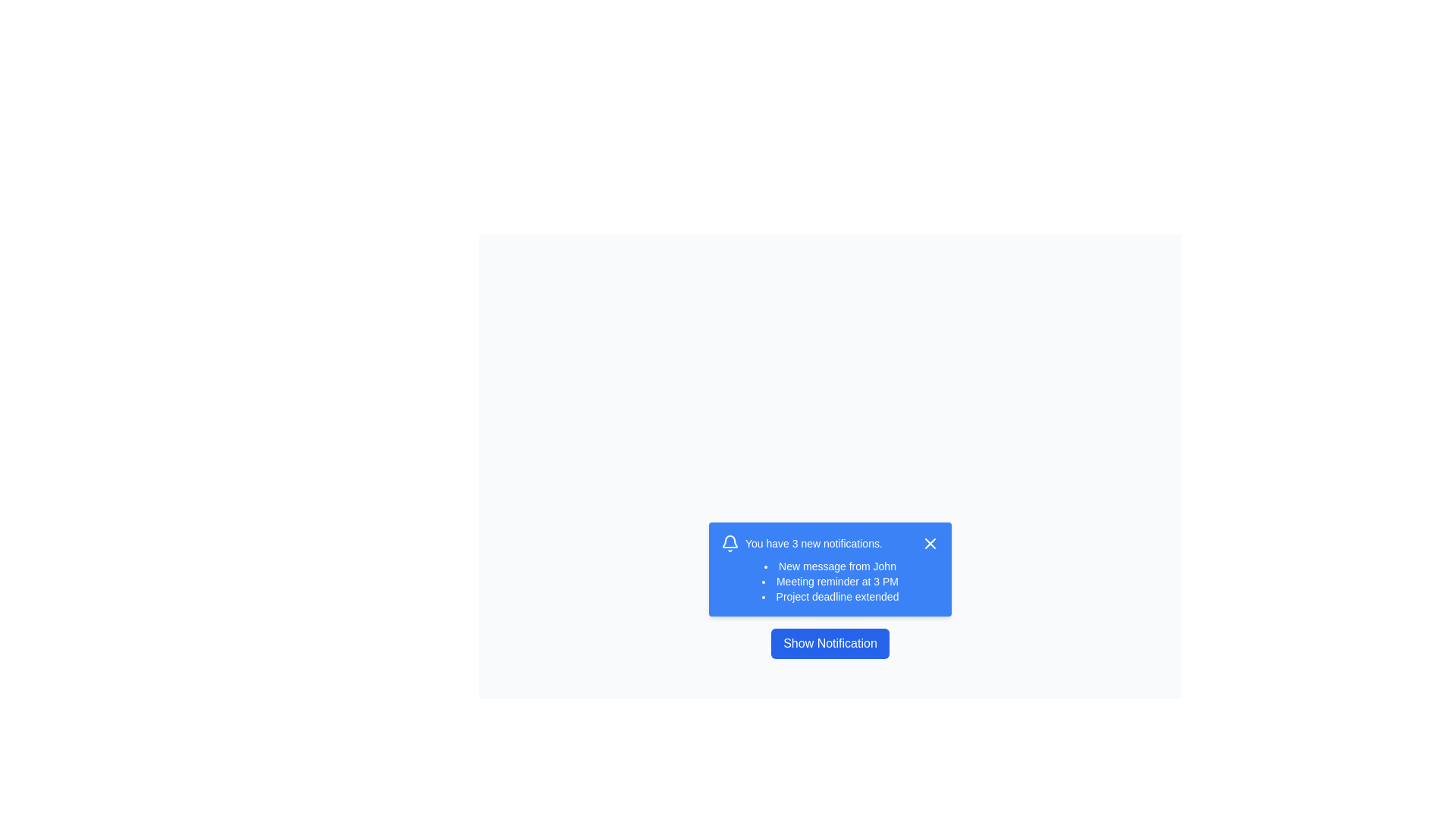  What do you see at coordinates (829, 595) in the screenshot?
I see `the third notification item in the notification popup box that informs about an update regarding a project deadline` at bounding box center [829, 595].